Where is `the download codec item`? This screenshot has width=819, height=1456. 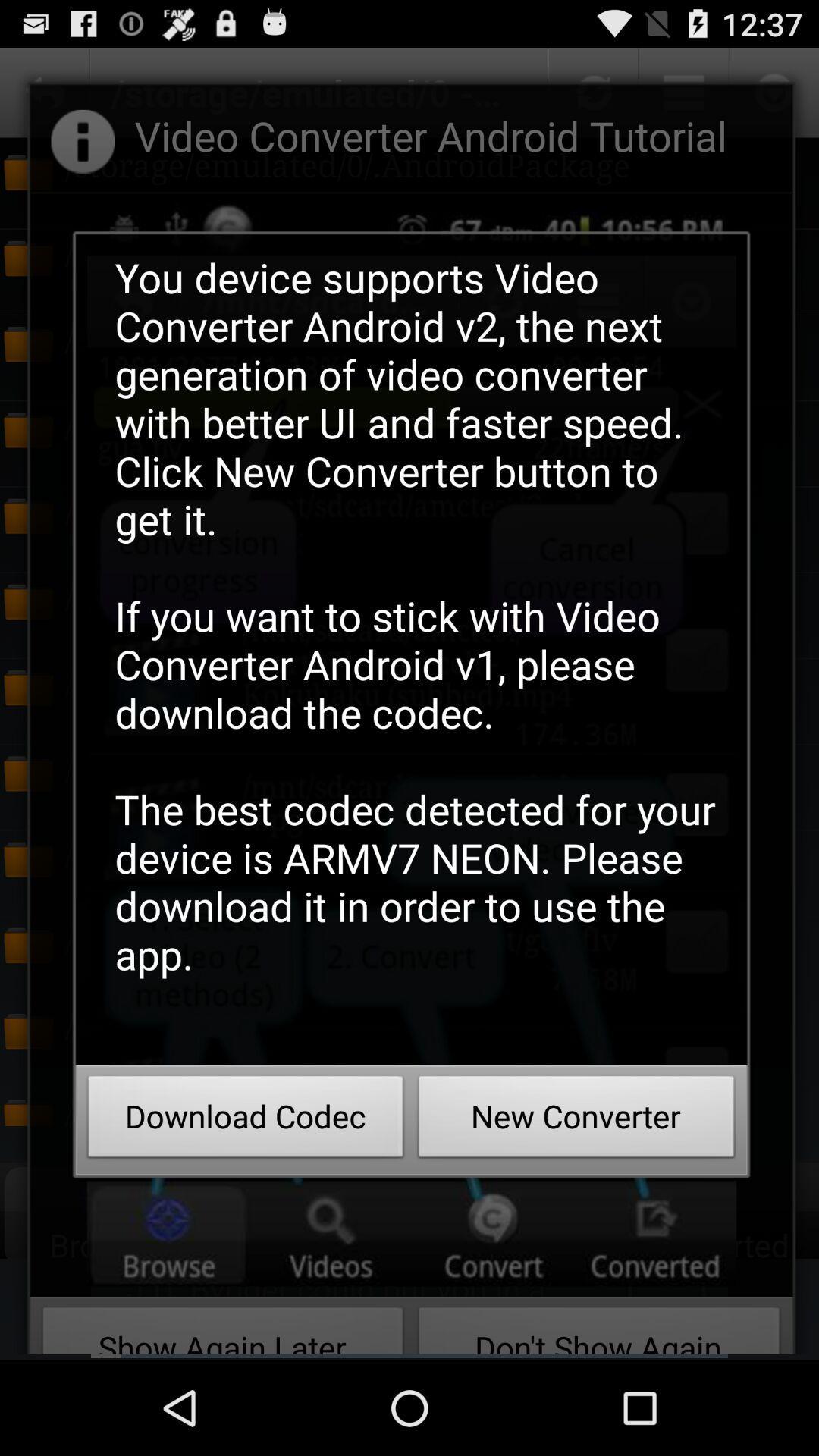
the download codec item is located at coordinates (245, 1121).